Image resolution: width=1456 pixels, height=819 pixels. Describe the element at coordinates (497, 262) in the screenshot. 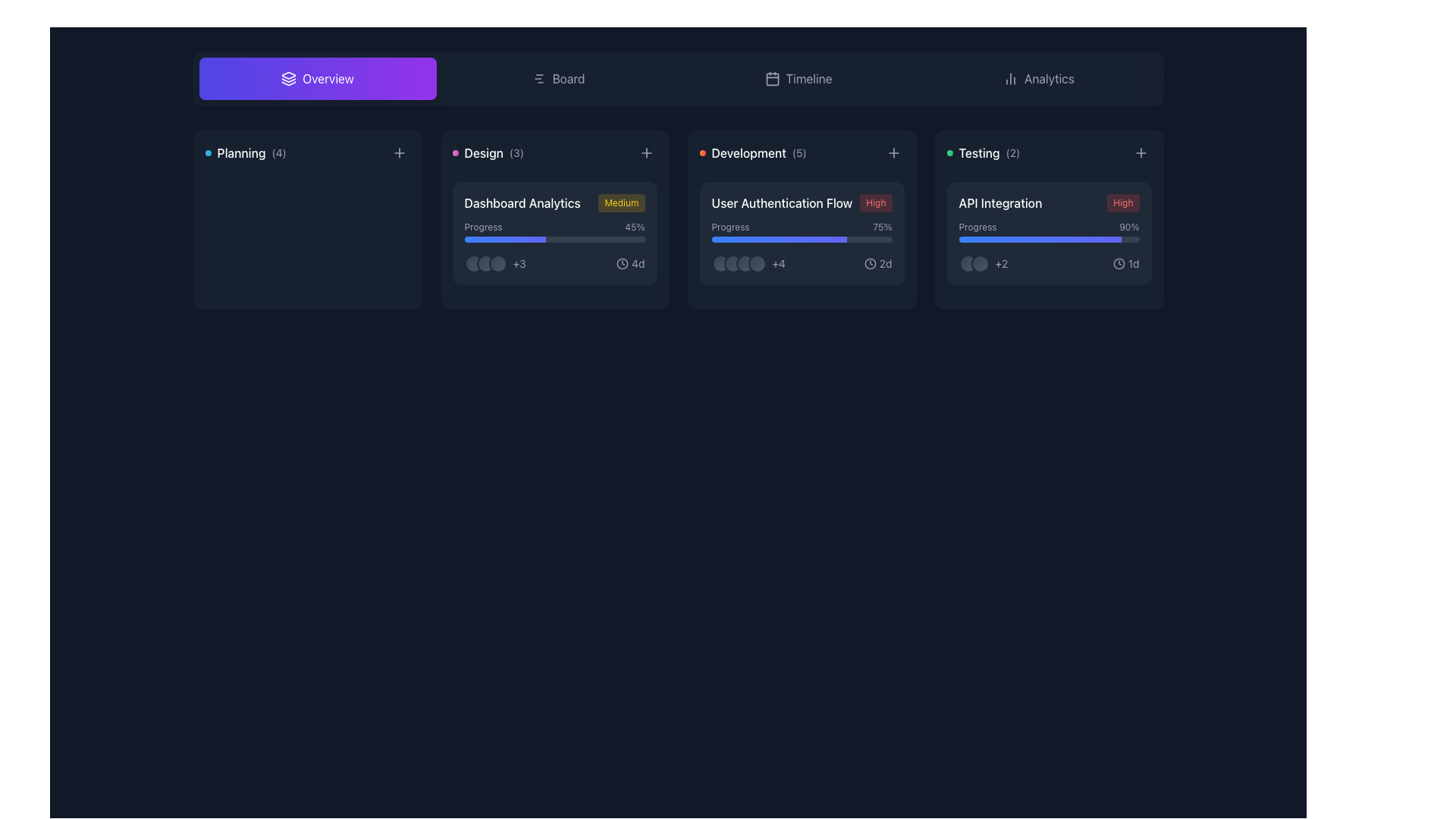

I see `the third circular icon within the 'Dashboard Analytics' card, located in the bottom-left corner of the card under the 'Design' section` at that location.